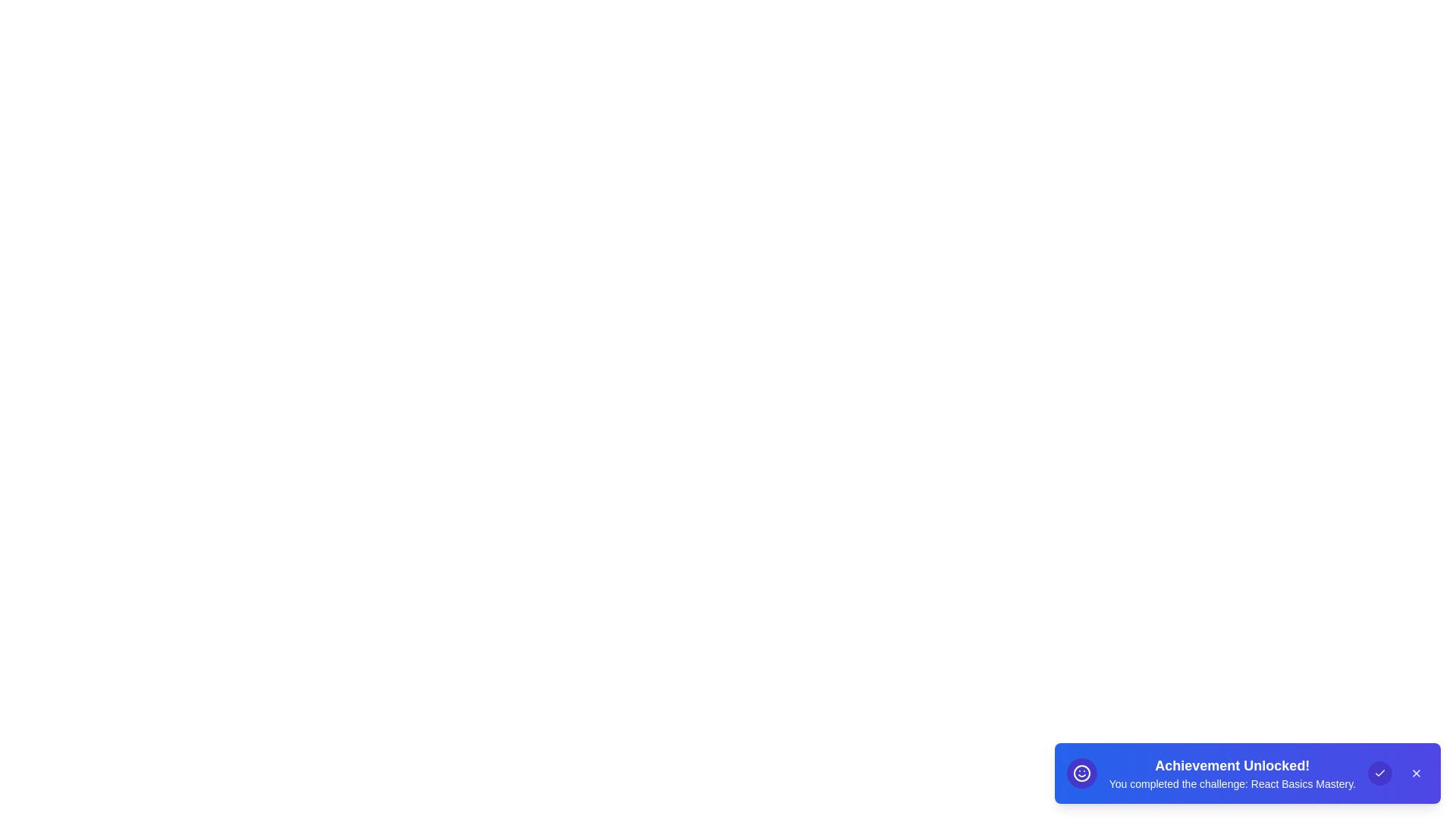 The height and width of the screenshot is (819, 1456). What do you see at coordinates (1379, 773) in the screenshot?
I see `the 'Check' icon button to dismiss the snackbar` at bounding box center [1379, 773].